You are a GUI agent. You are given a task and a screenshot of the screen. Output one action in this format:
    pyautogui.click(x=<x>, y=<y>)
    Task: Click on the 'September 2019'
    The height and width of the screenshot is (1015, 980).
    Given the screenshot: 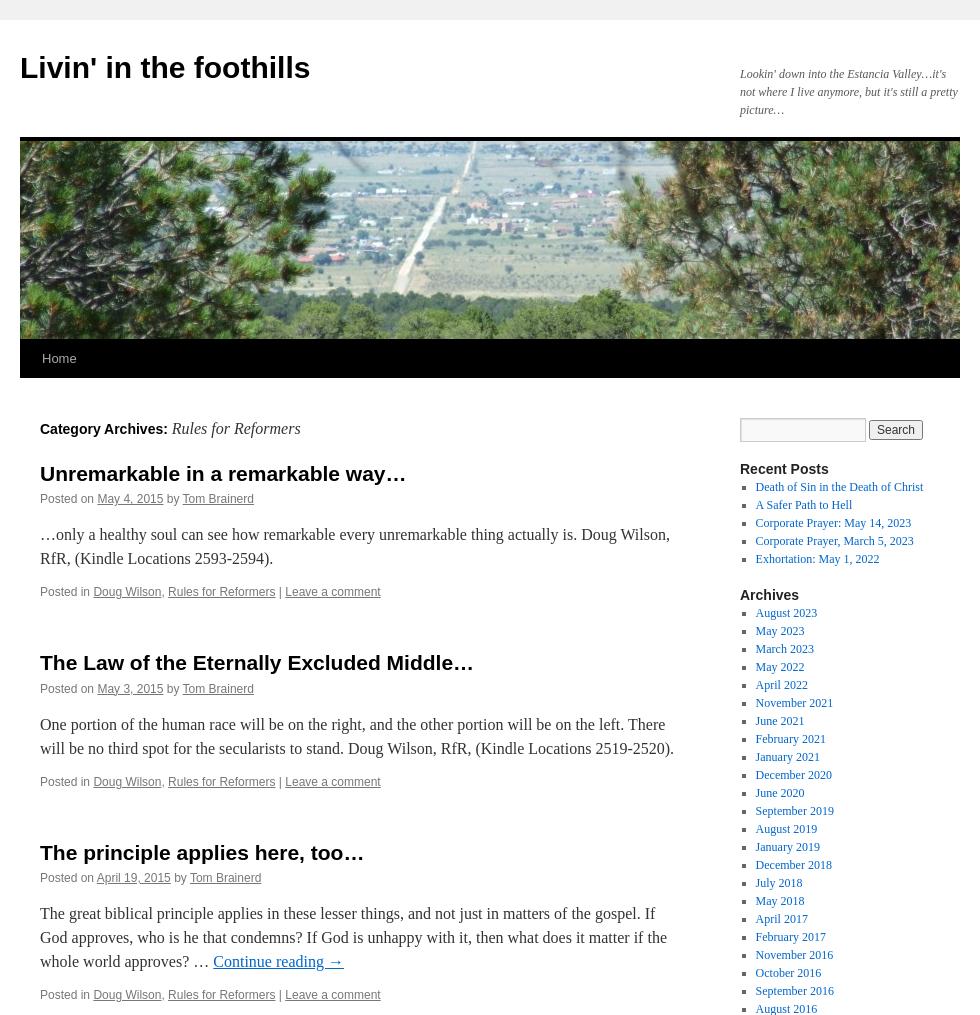 What is the action you would take?
    pyautogui.click(x=793, y=810)
    